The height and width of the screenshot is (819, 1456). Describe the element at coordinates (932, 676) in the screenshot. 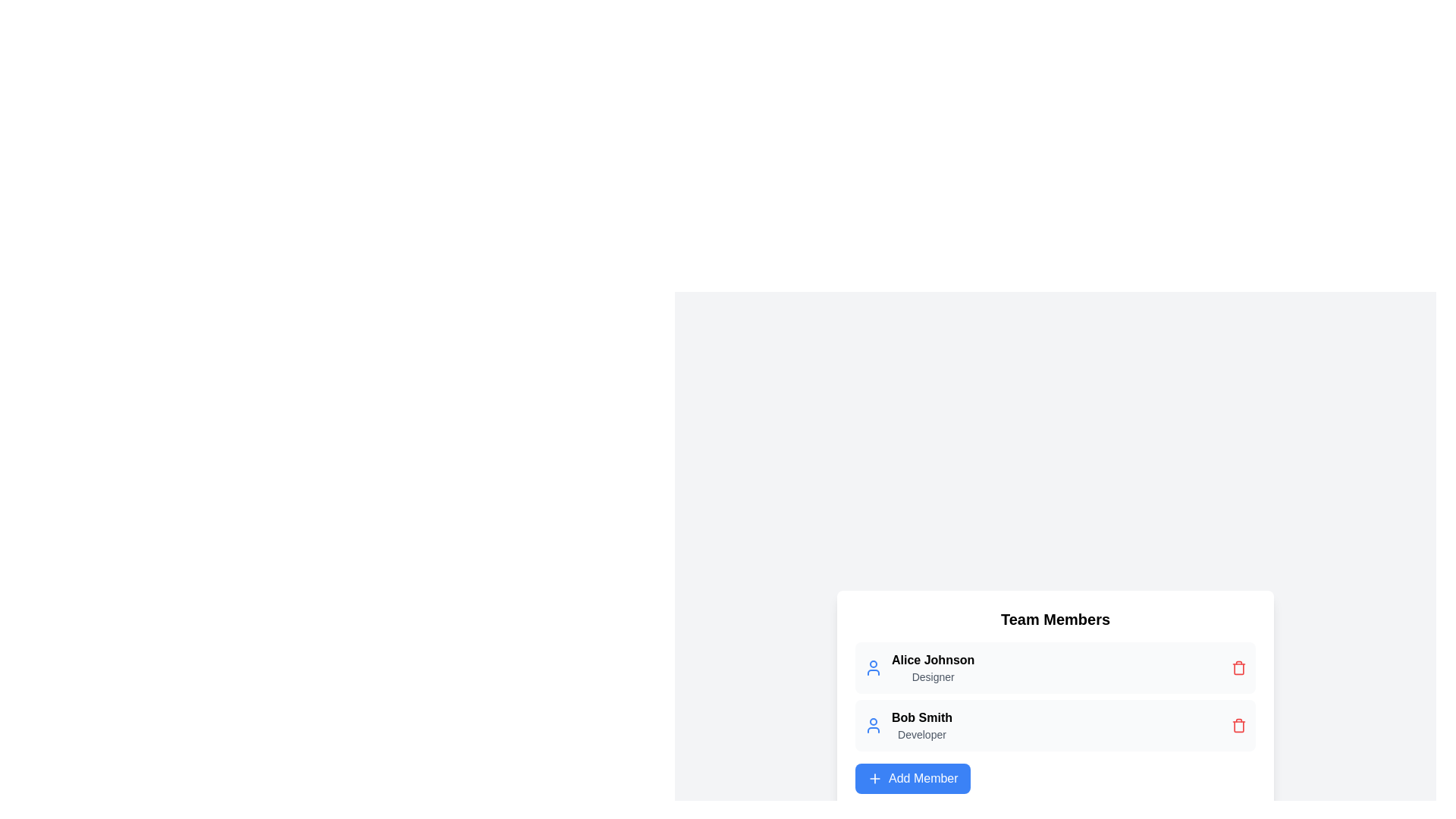

I see `the 'Designer' label in the 'Team Members' section, which indicates the profession of 'Alice Johnson'` at that location.